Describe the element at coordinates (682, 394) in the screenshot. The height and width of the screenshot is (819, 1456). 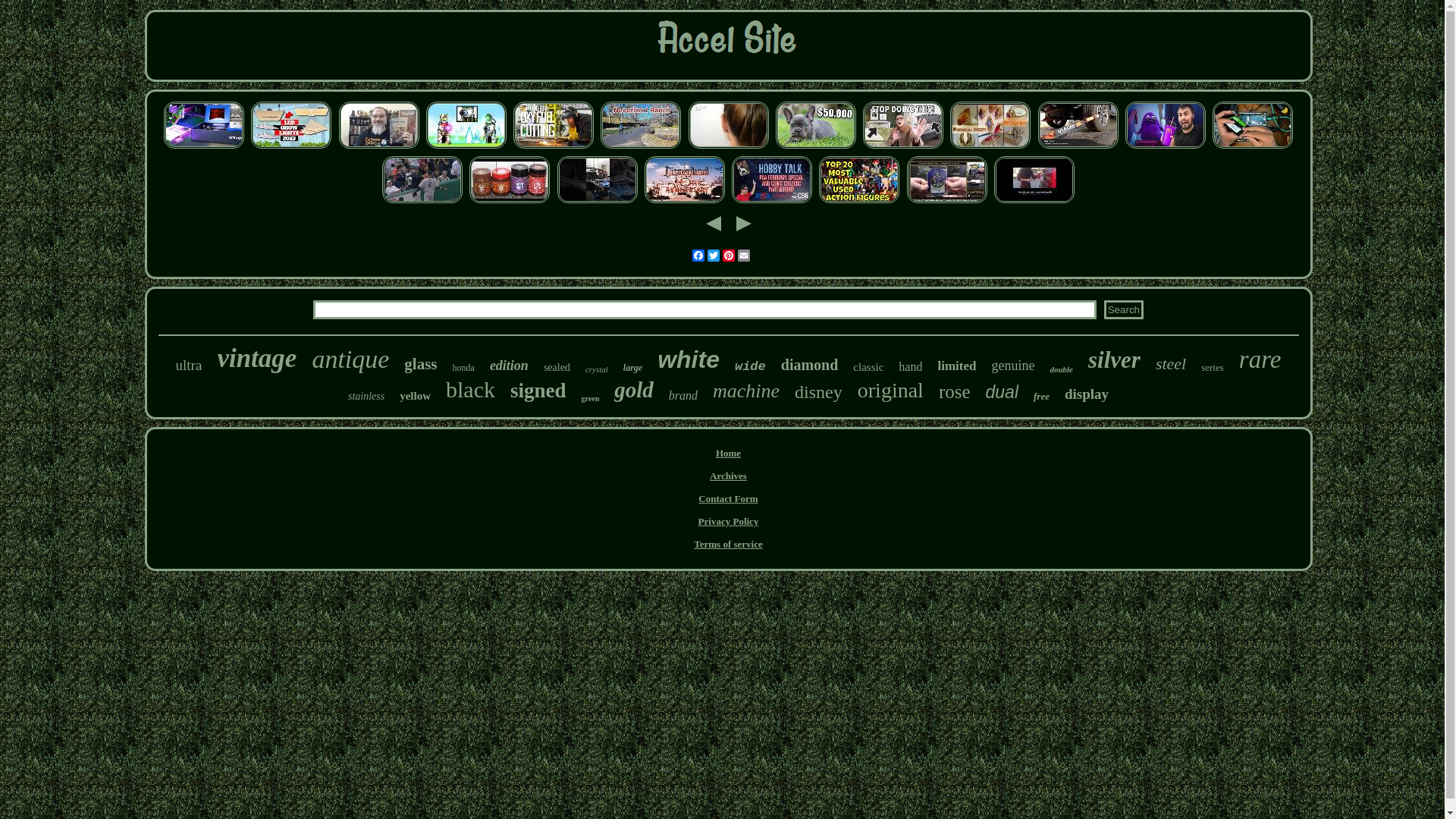
I see `'brand'` at that location.